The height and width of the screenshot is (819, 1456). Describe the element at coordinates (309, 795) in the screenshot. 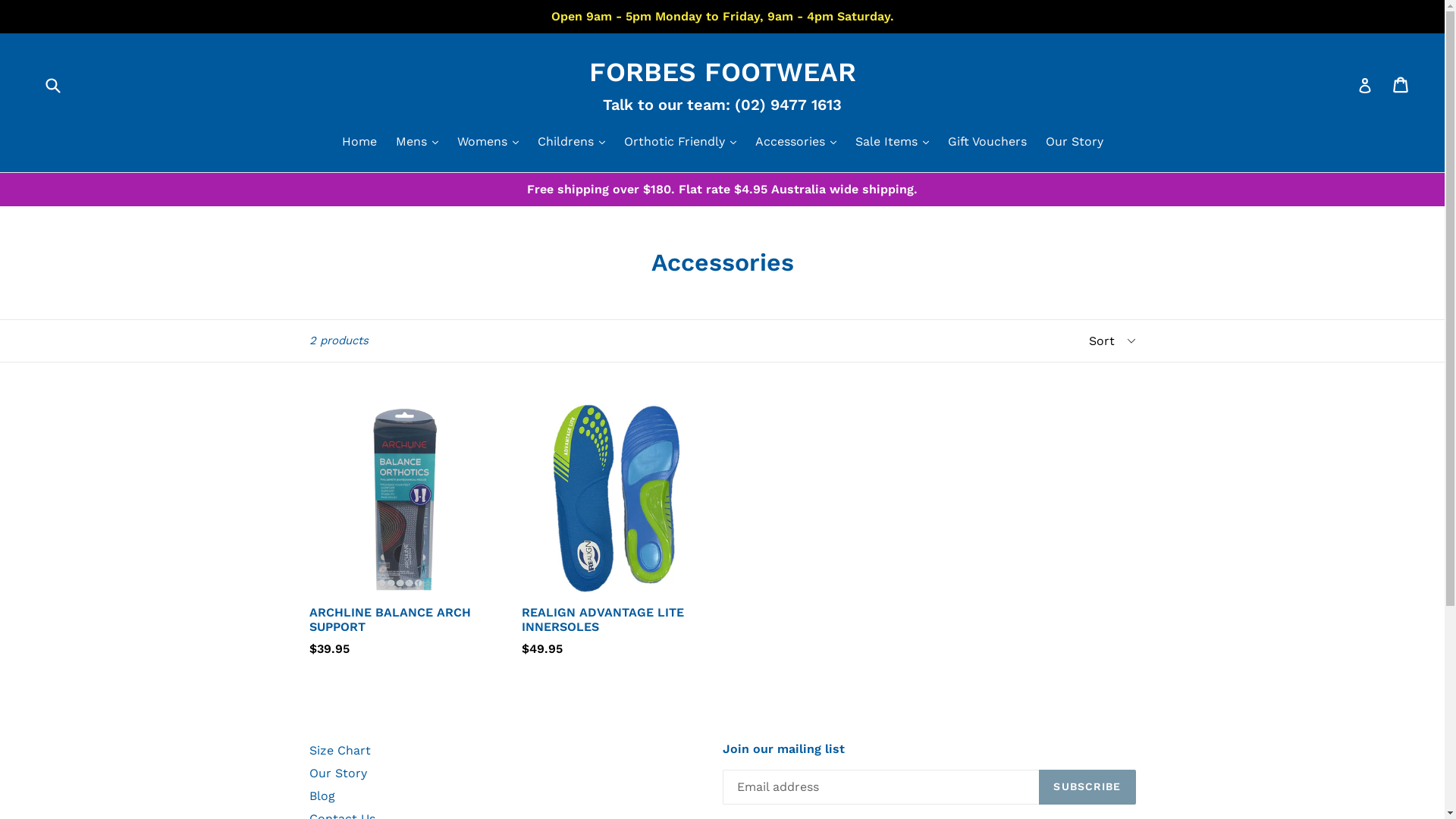

I see `'Blog'` at that location.